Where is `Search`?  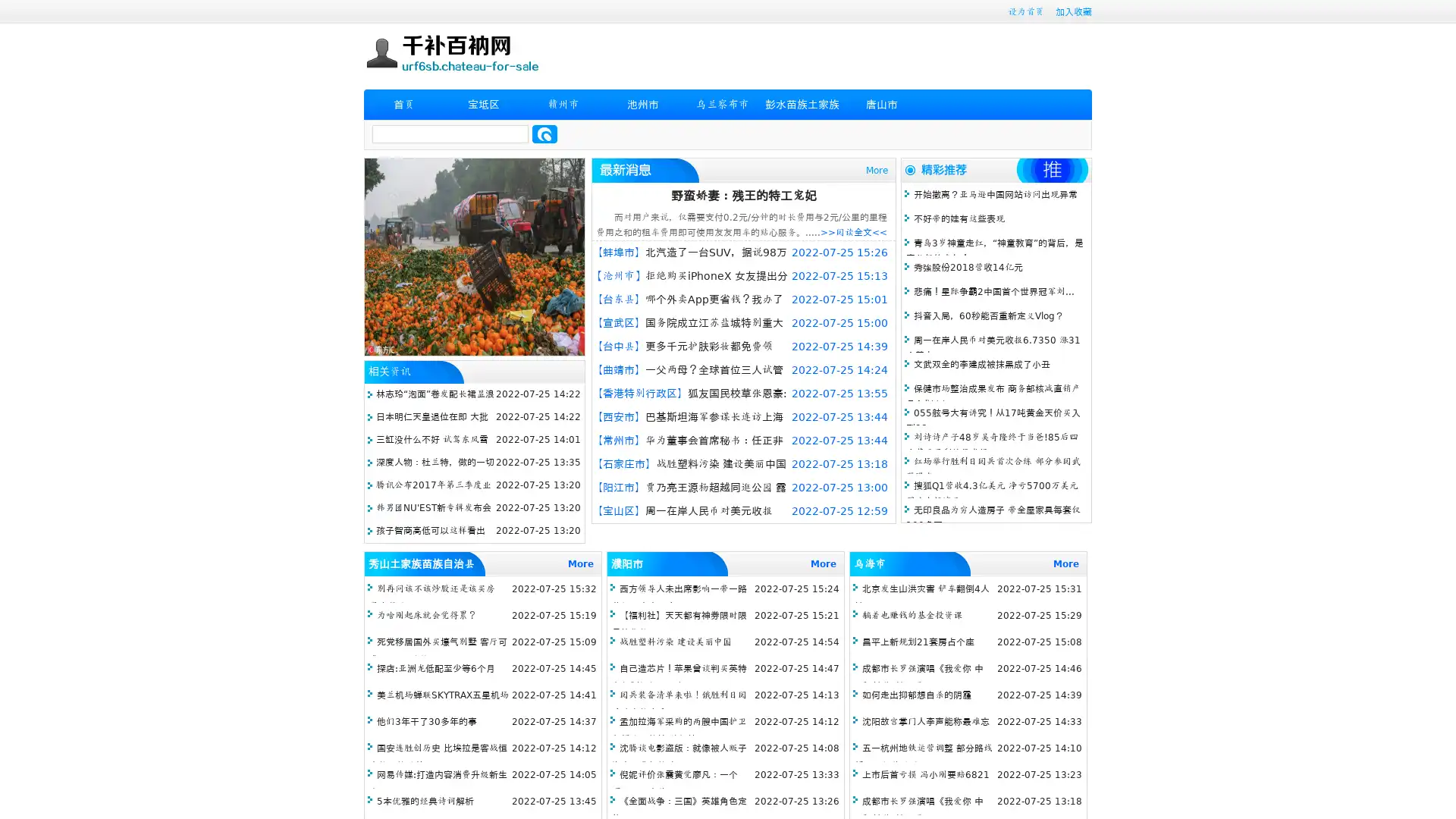
Search is located at coordinates (544, 133).